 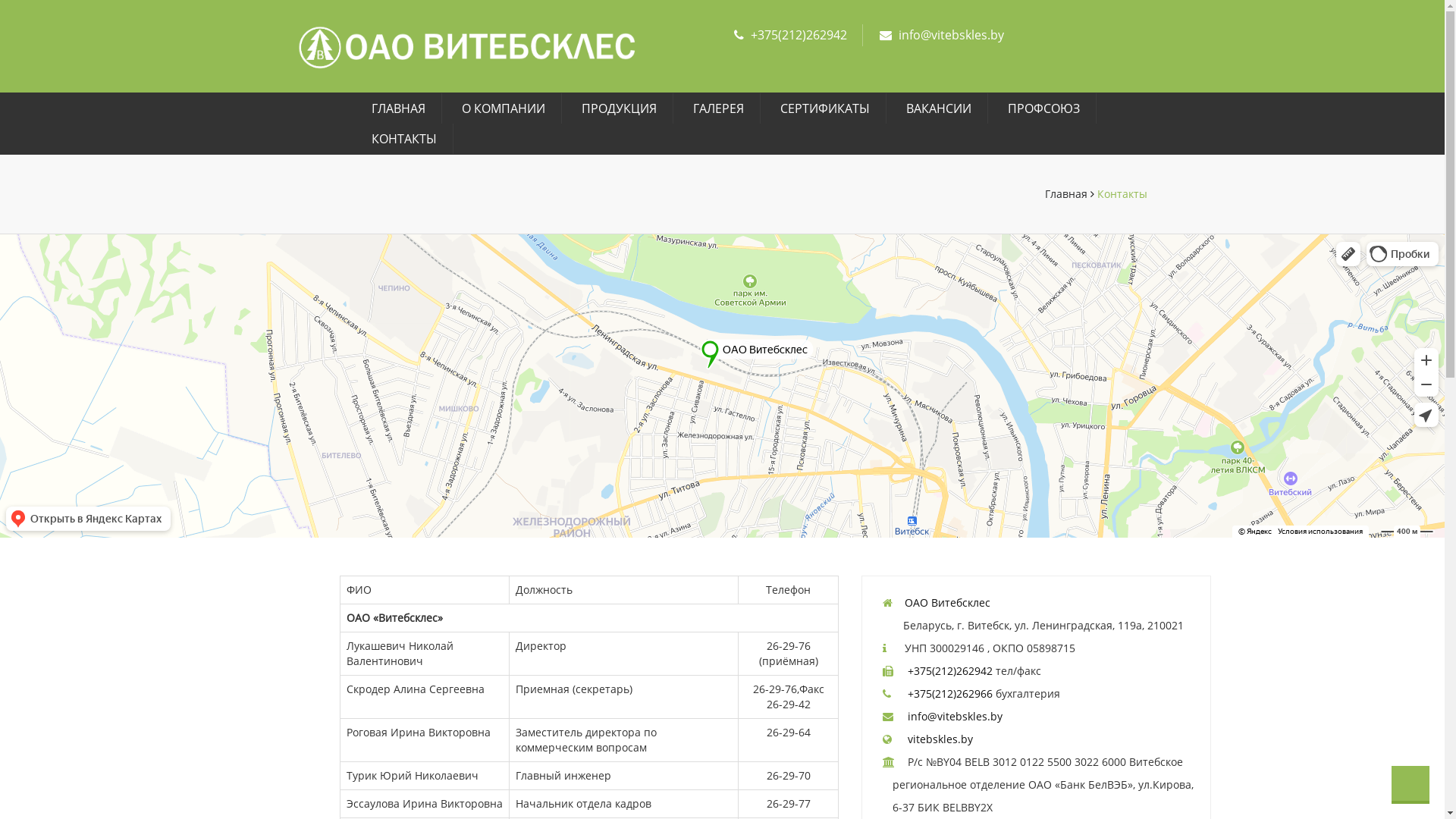 What do you see at coordinates (949, 693) in the screenshot?
I see `'+375(212)262966'` at bounding box center [949, 693].